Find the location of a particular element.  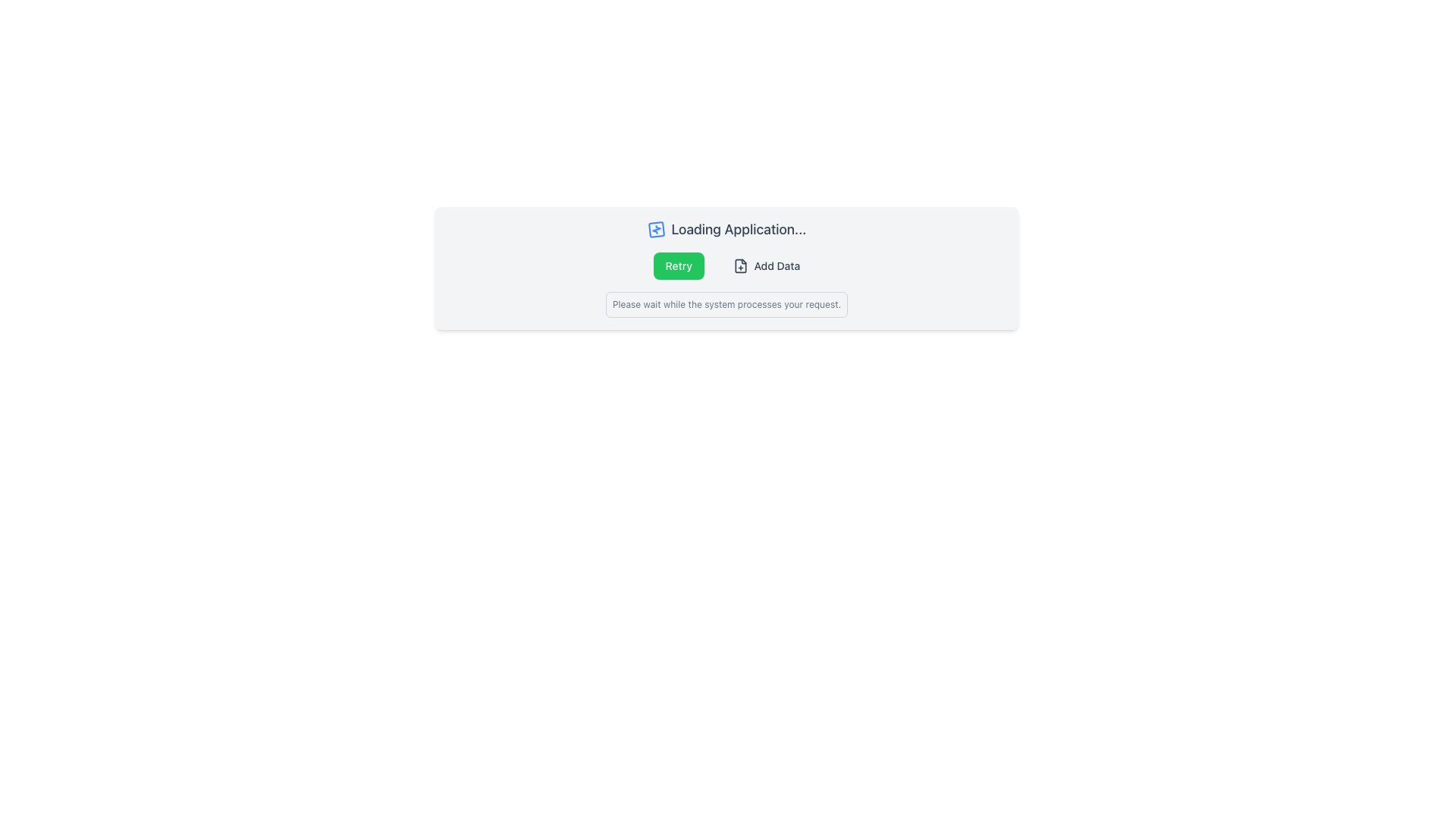

the retry action button located on the left side of two adjacent buttons under the 'Loading Application...' heading is located at coordinates (686, 265).